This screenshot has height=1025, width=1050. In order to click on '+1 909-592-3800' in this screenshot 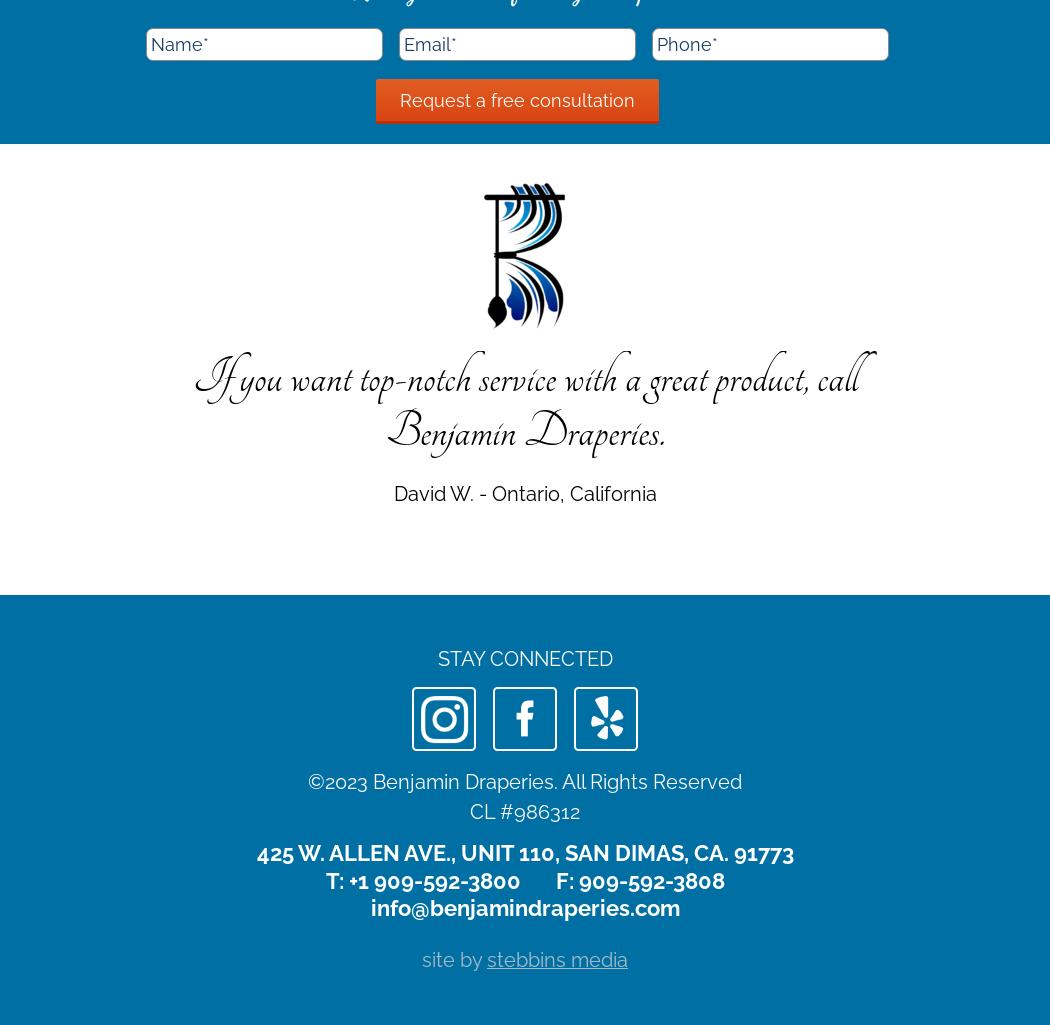, I will do `click(432, 880)`.